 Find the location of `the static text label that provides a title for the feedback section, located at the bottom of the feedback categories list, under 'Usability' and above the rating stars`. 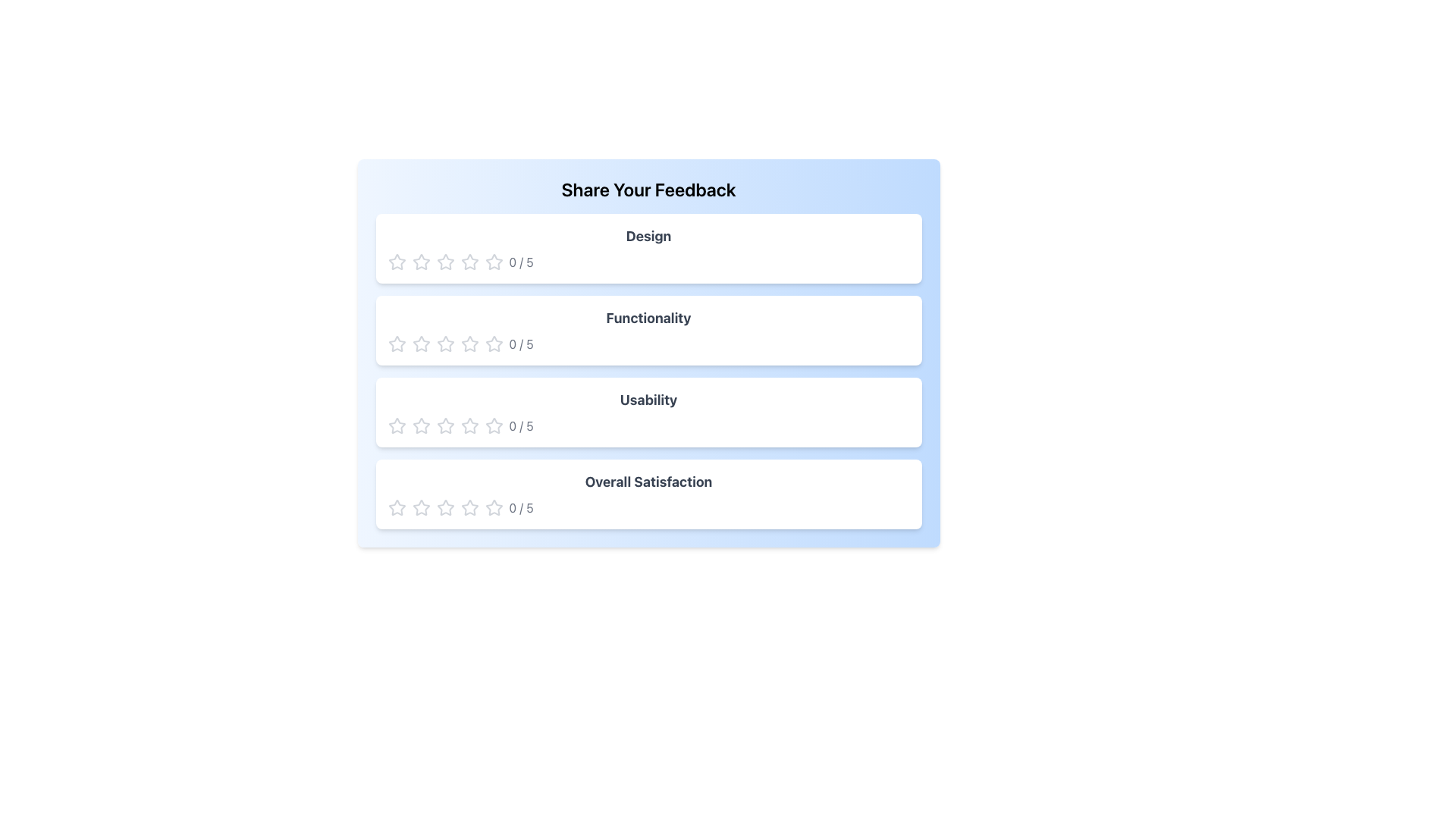

the static text label that provides a title for the feedback section, located at the bottom of the feedback categories list, under 'Usability' and above the rating stars is located at coordinates (648, 482).